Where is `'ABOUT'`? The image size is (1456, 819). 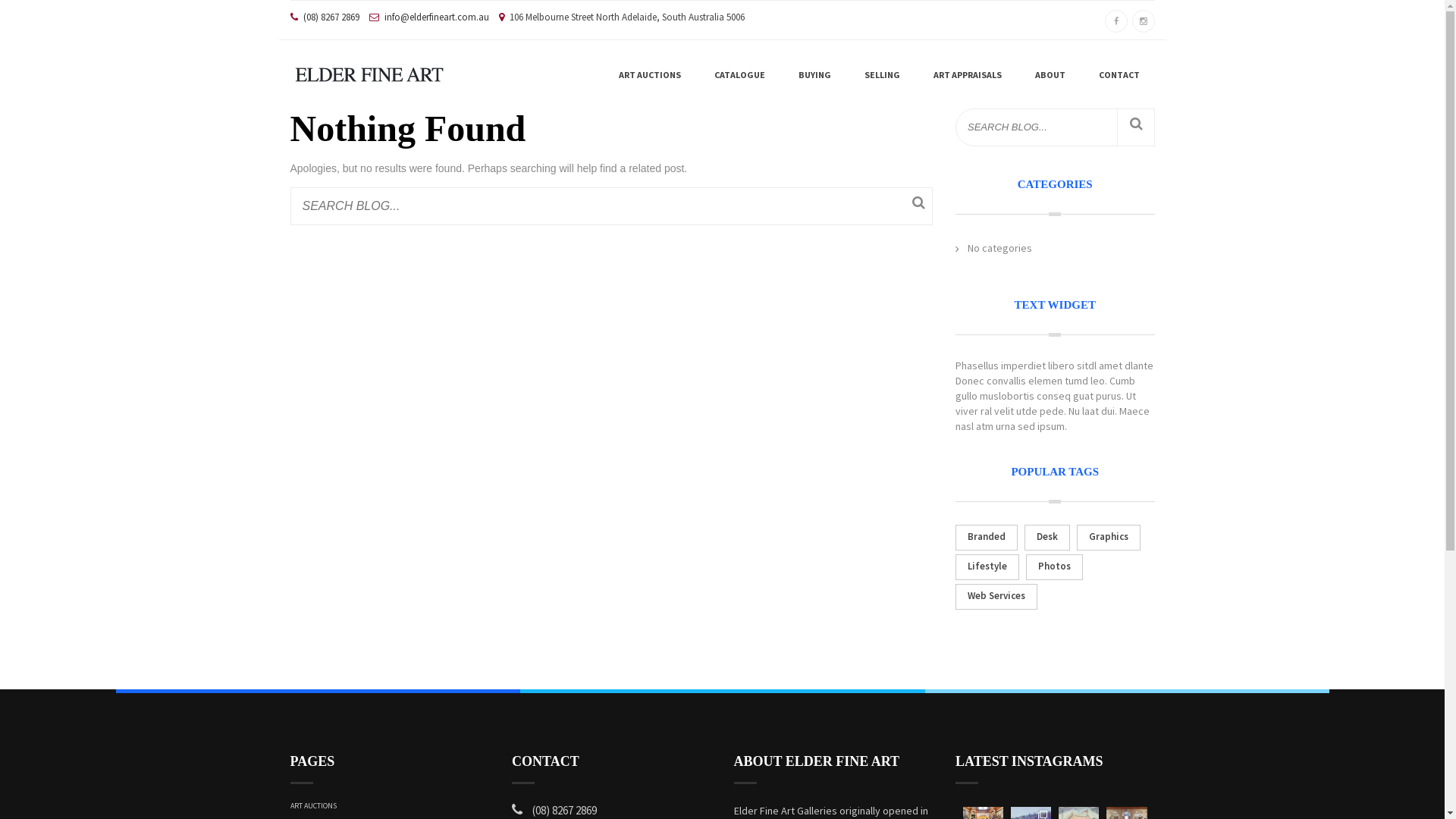
'ABOUT' is located at coordinates (1050, 75).